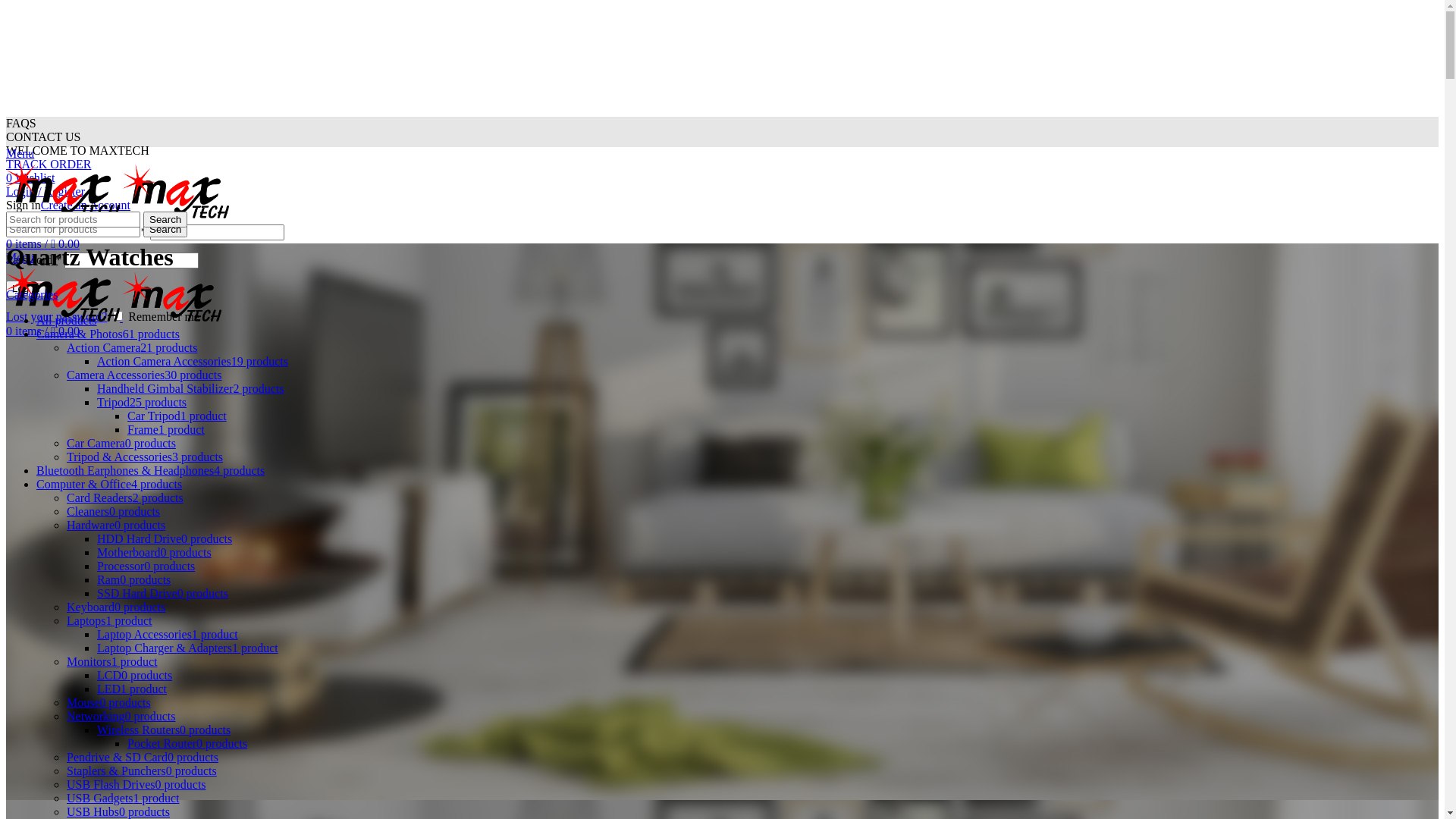 The image size is (1456, 819). What do you see at coordinates (108, 702) in the screenshot?
I see `'Mouse0 products'` at bounding box center [108, 702].